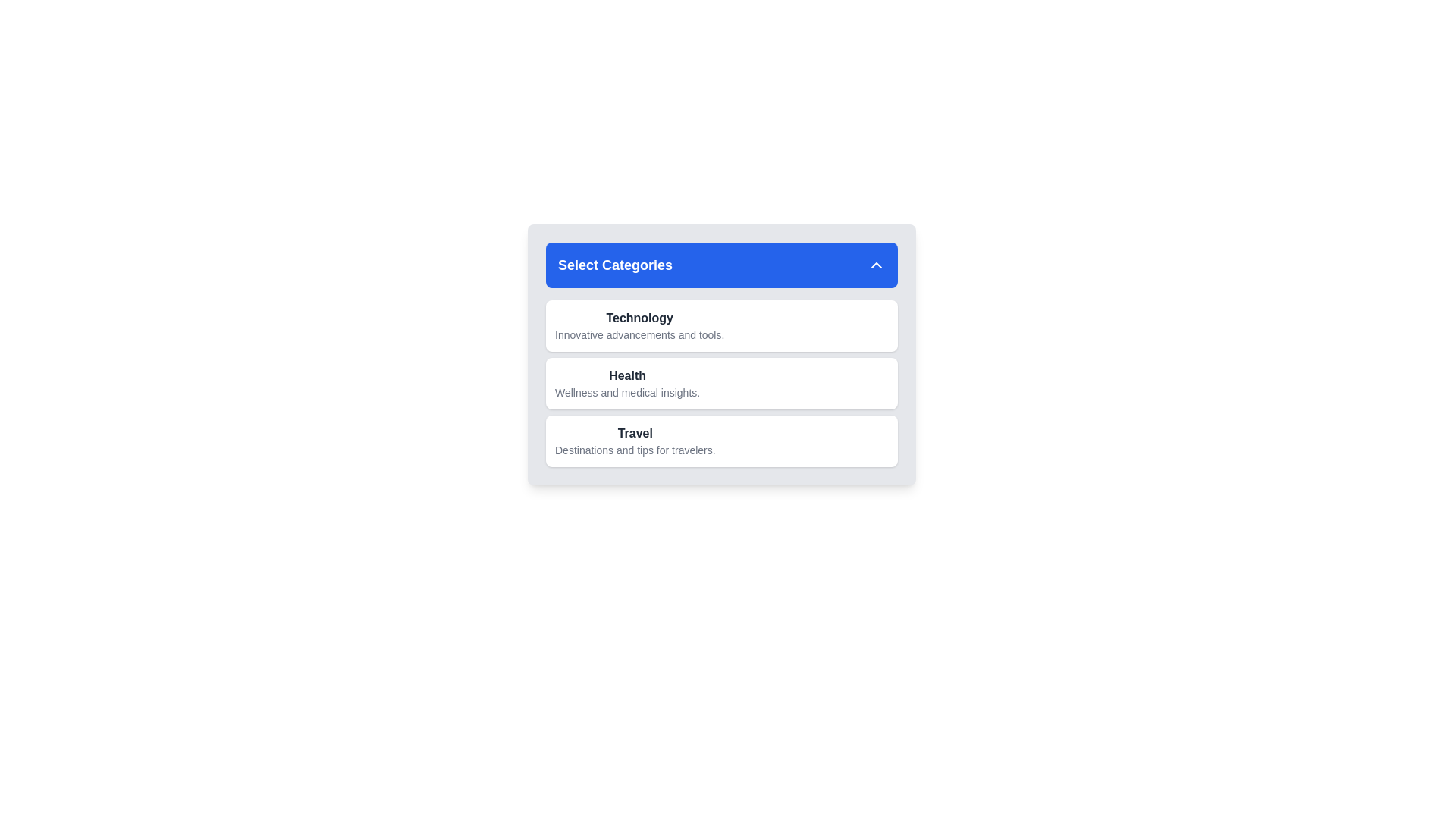 This screenshot has width=1456, height=819. What do you see at coordinates (627, 391) in the screenshot?
I see `static text label reading 'Wellness and medical insights.' located beneath the 'Health' title in the second category section of the card component` at bounding box center [627, 391].